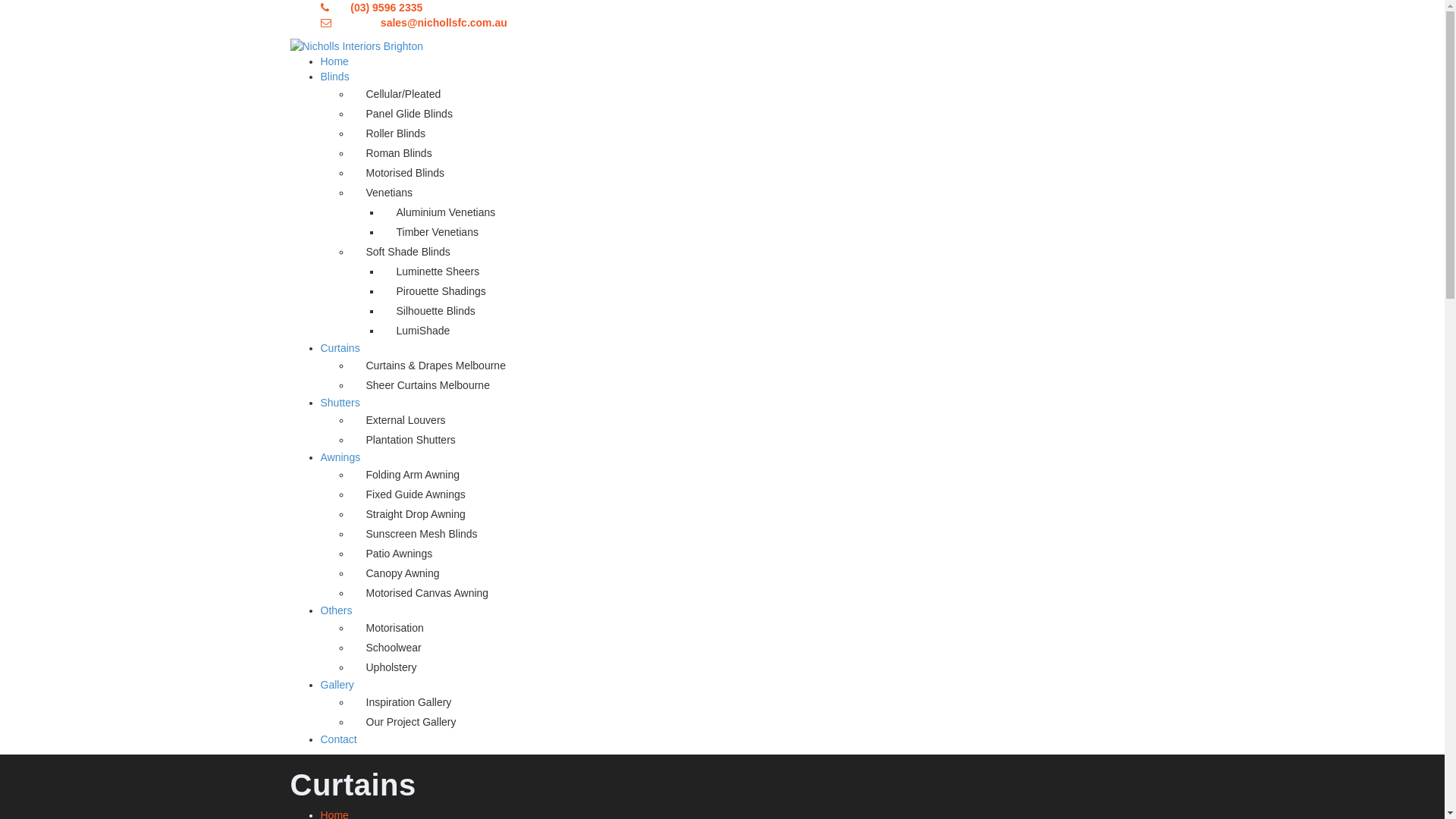 Image resolution: width=1456 pixels, height=819 pixels. I want to click on 'Contact', so click(337, 739).